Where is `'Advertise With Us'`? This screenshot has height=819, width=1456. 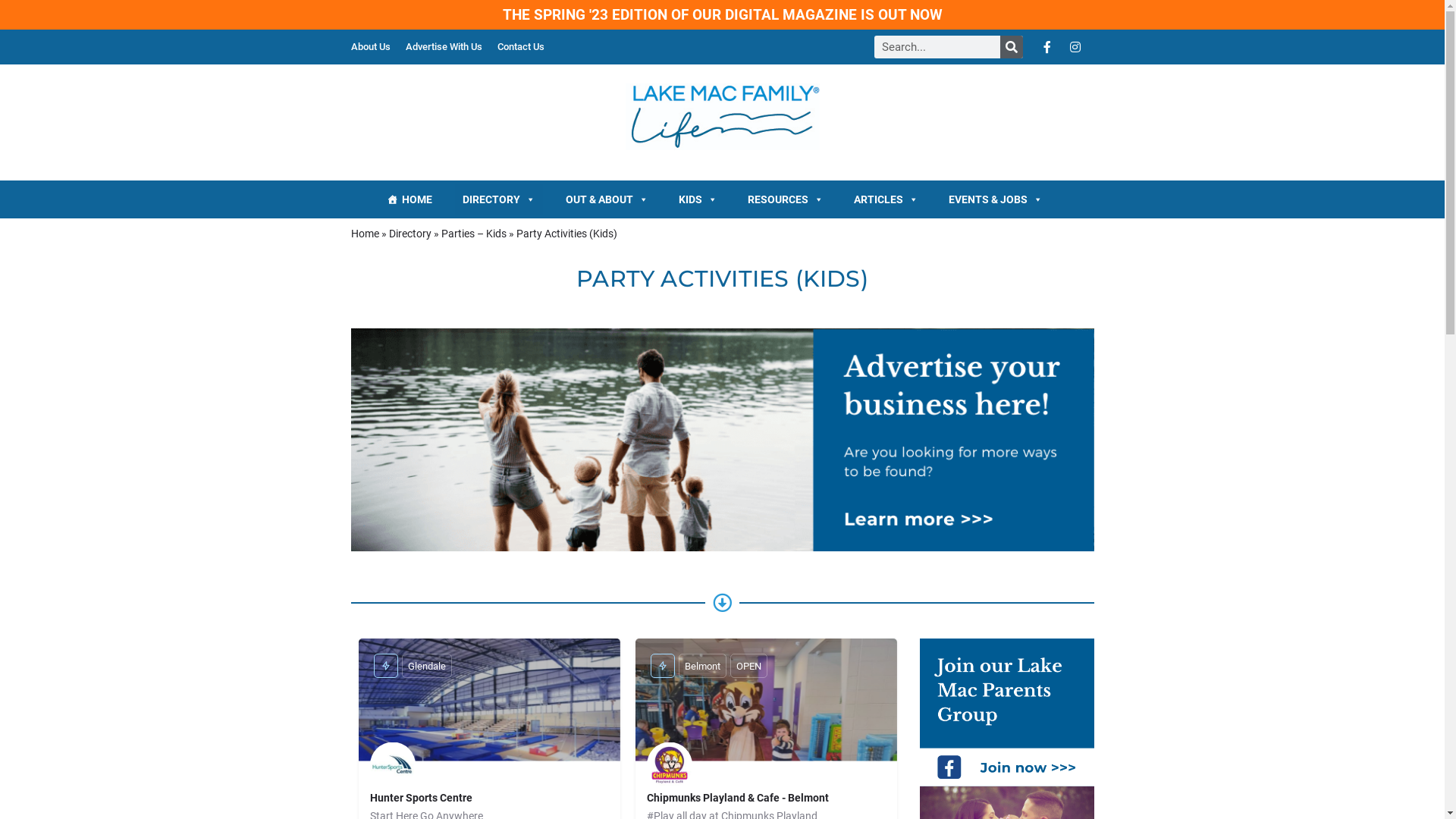
'Advertise With Us' is located at coordinates (442, 45).